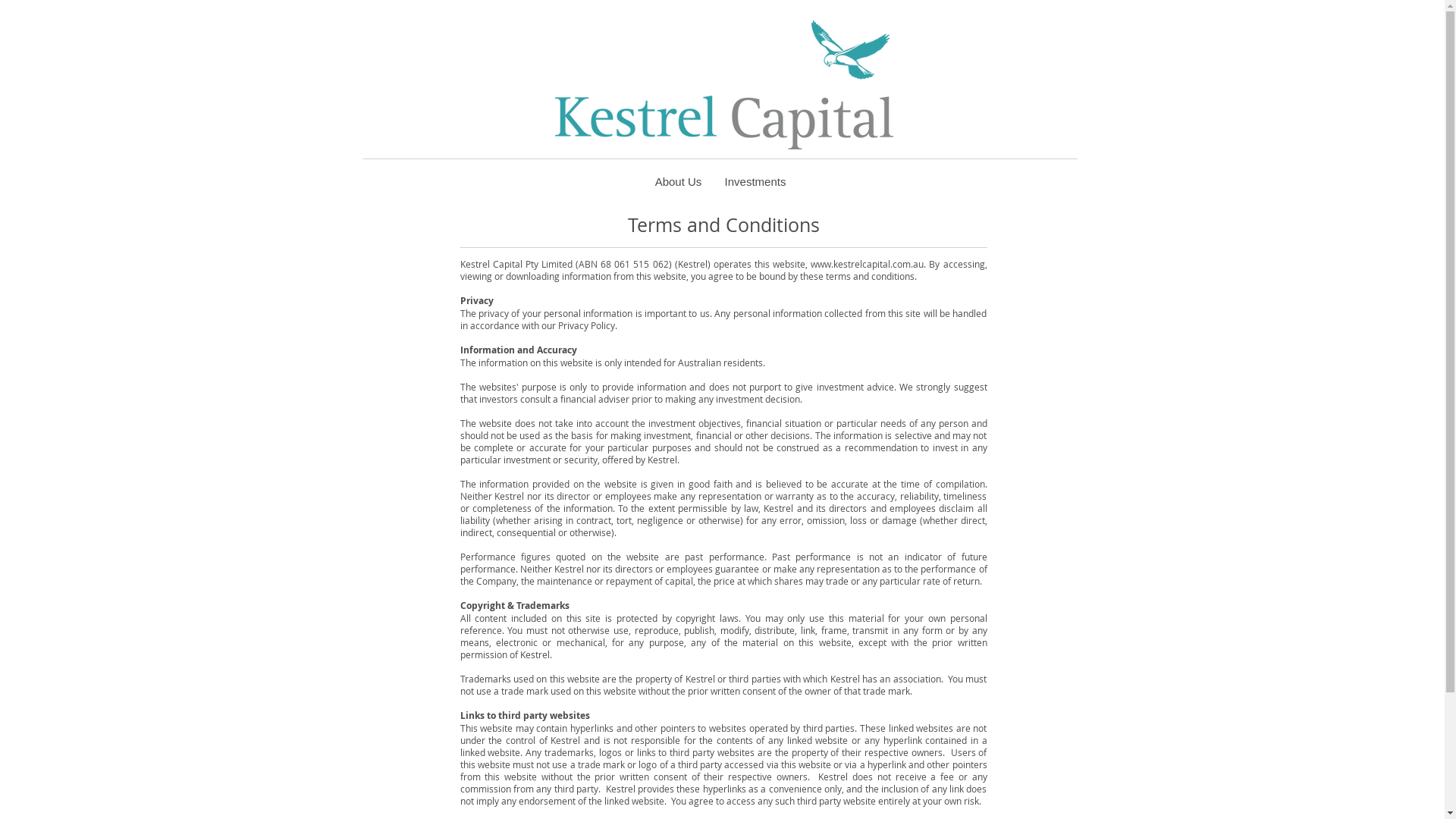 The height and width of the screenshot is (819, 1456). I want to click on 'Kestrel Capital Header', so click(723, 84).